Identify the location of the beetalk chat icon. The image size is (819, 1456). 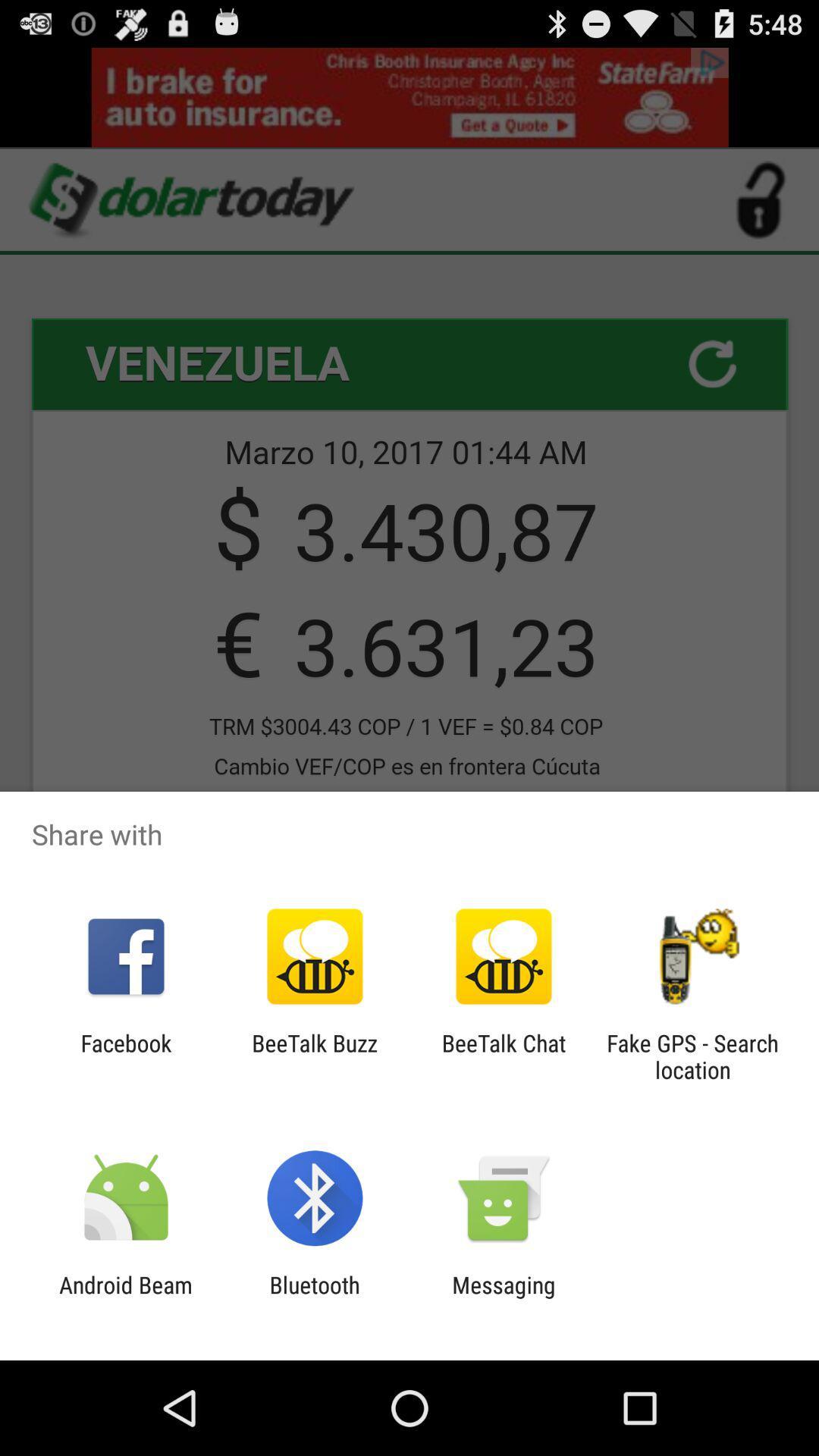
(504, 1056).